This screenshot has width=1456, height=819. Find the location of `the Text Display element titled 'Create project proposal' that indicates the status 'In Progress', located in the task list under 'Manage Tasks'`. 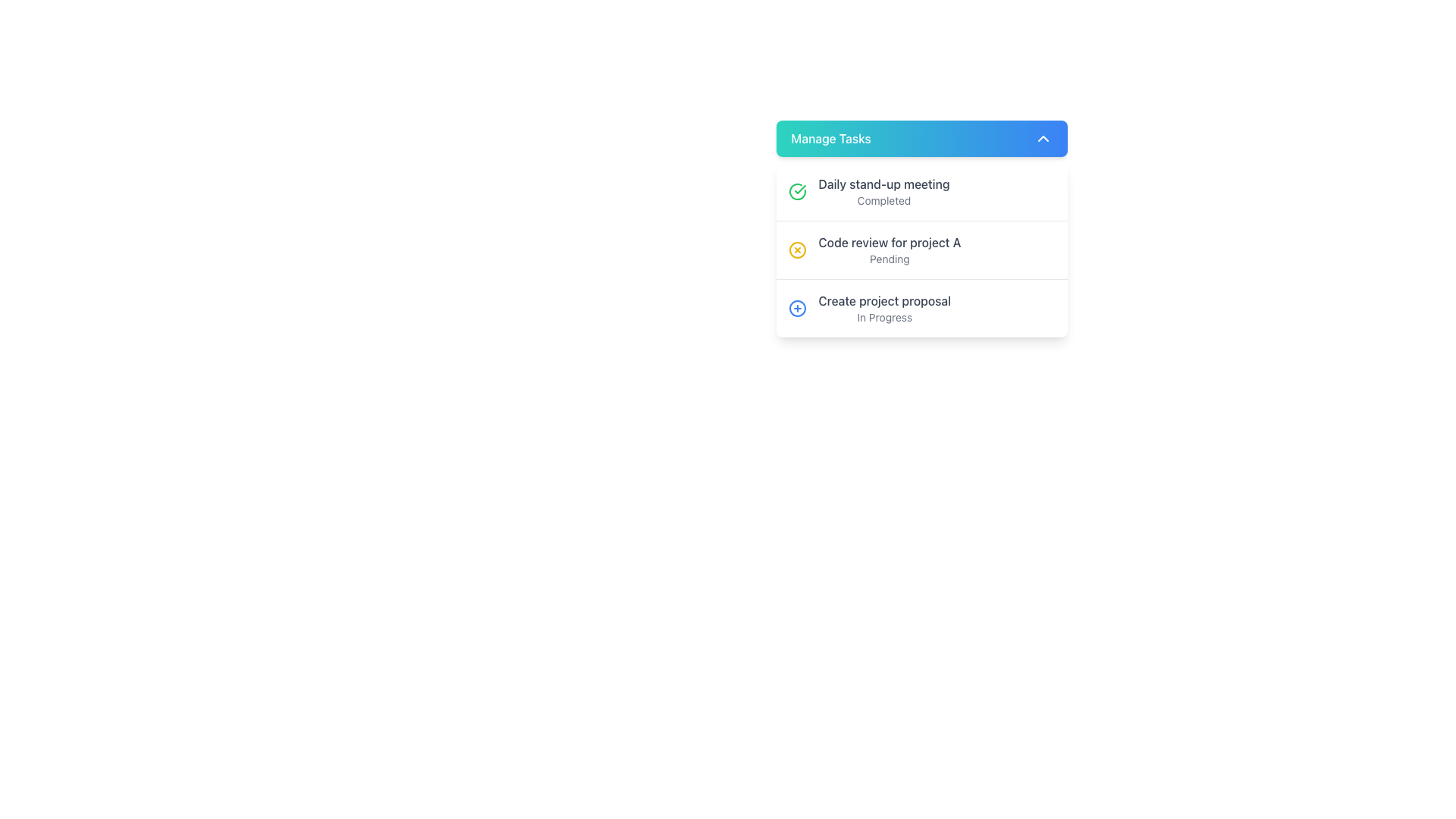

the Text Display element titled 'Create project proposal' that indicates the status 'In Progress', located in the task list under 'Manage Tasks' is located at coordinates (884, 308).